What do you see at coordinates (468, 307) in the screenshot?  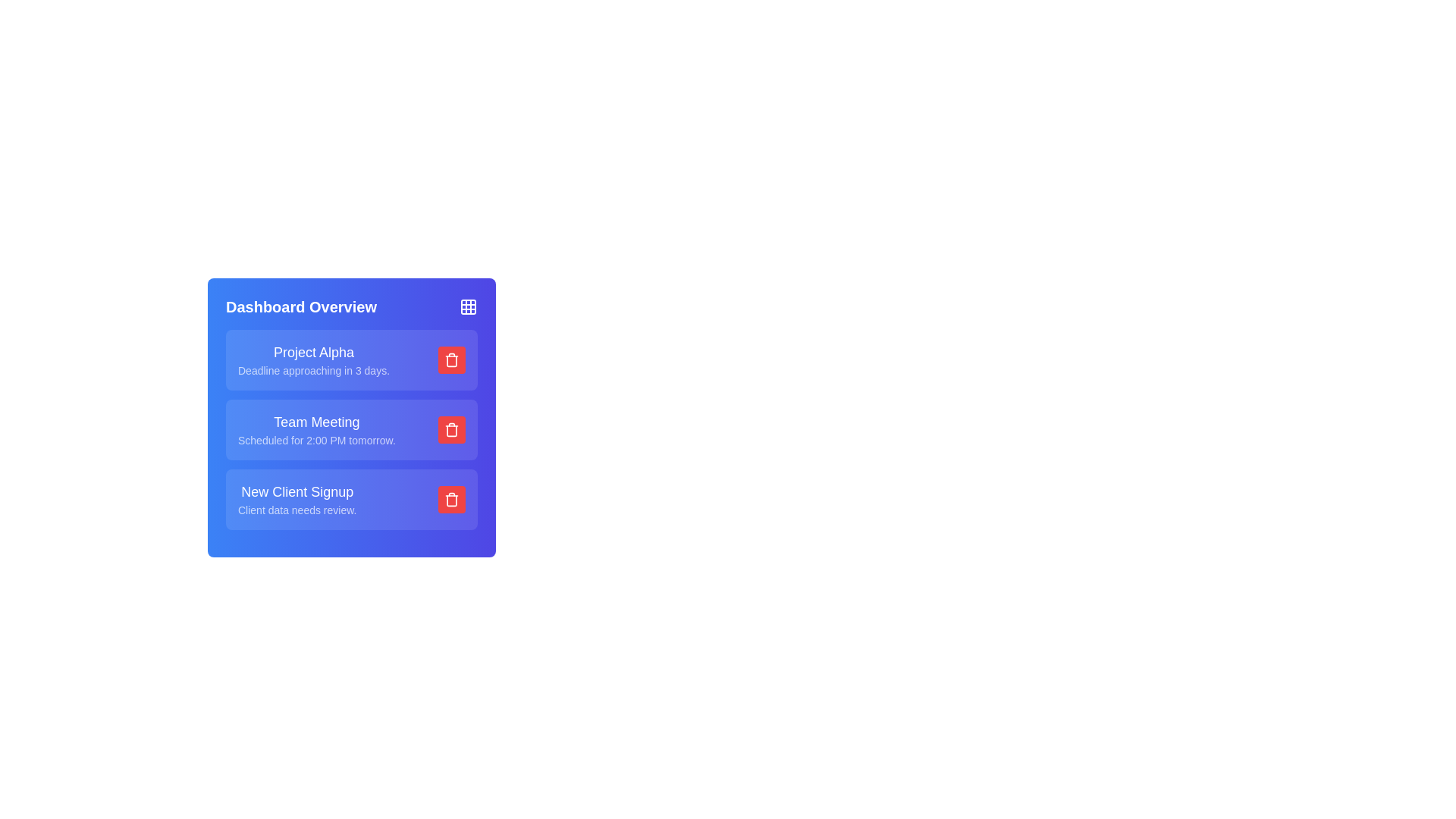 I see `the grid icon located in the upper-right corner of the 'Dashboard Overview' section` at bounding box center [468, 307].